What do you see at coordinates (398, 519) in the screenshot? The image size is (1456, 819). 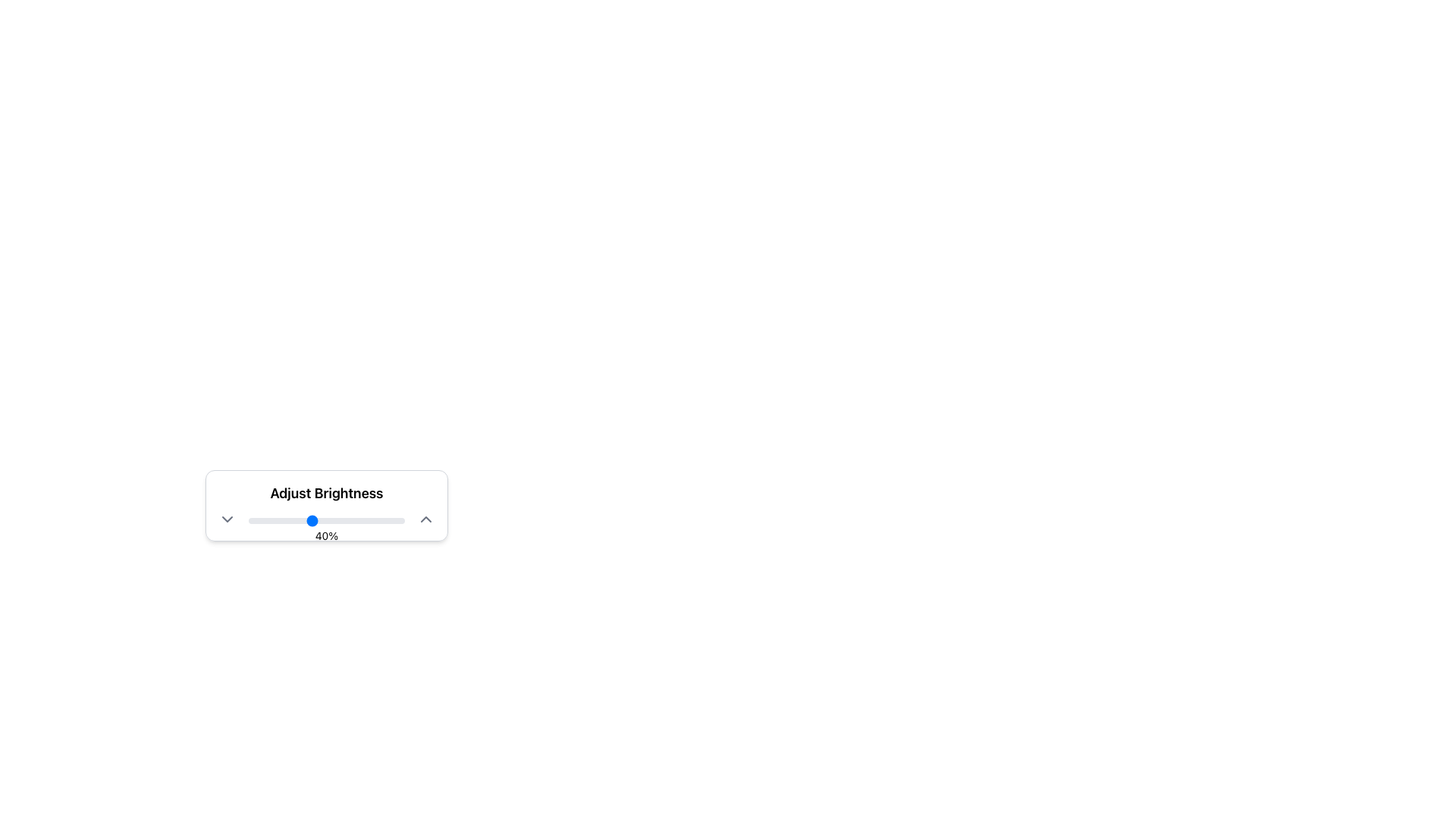 I see `the brightness level` at bounding box center [398, 519].